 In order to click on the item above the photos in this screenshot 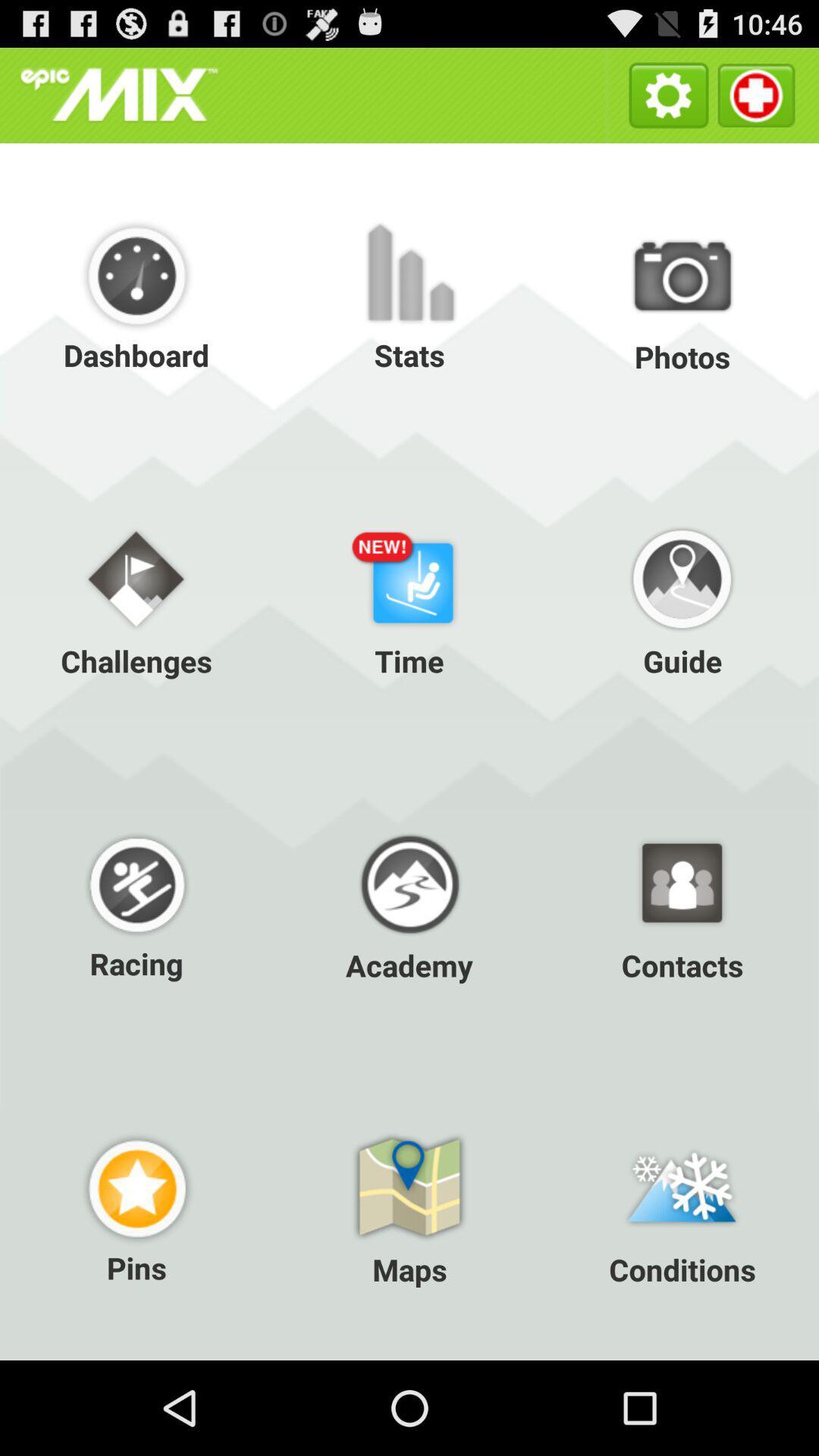, I will do `click(668, 94)`.